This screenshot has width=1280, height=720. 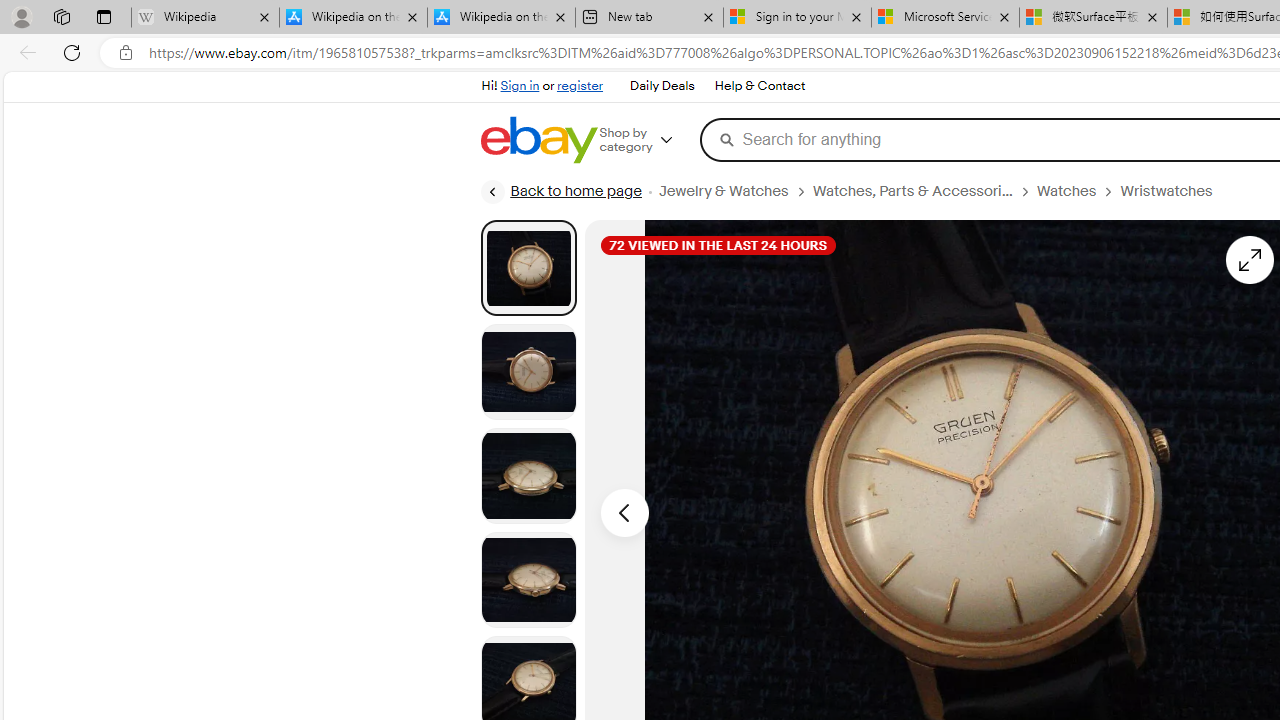 I want to click on 'Watches, Parts & Accessories', so click(x=911, y=191).